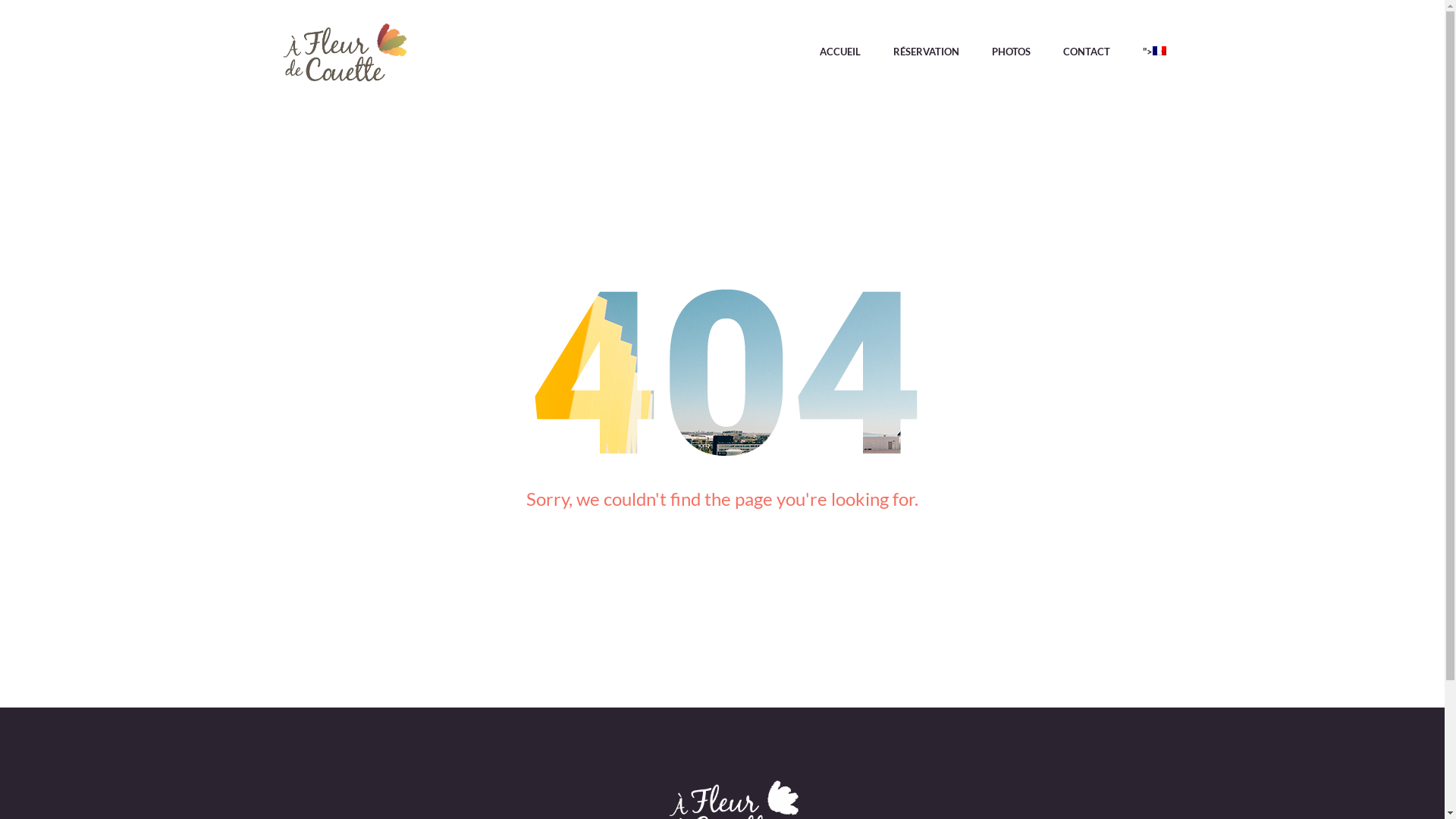 Image resolution: width=1456 pixels, height=819 pixels. I want to click on 'afleurdecouette - ', so click(344, 55).